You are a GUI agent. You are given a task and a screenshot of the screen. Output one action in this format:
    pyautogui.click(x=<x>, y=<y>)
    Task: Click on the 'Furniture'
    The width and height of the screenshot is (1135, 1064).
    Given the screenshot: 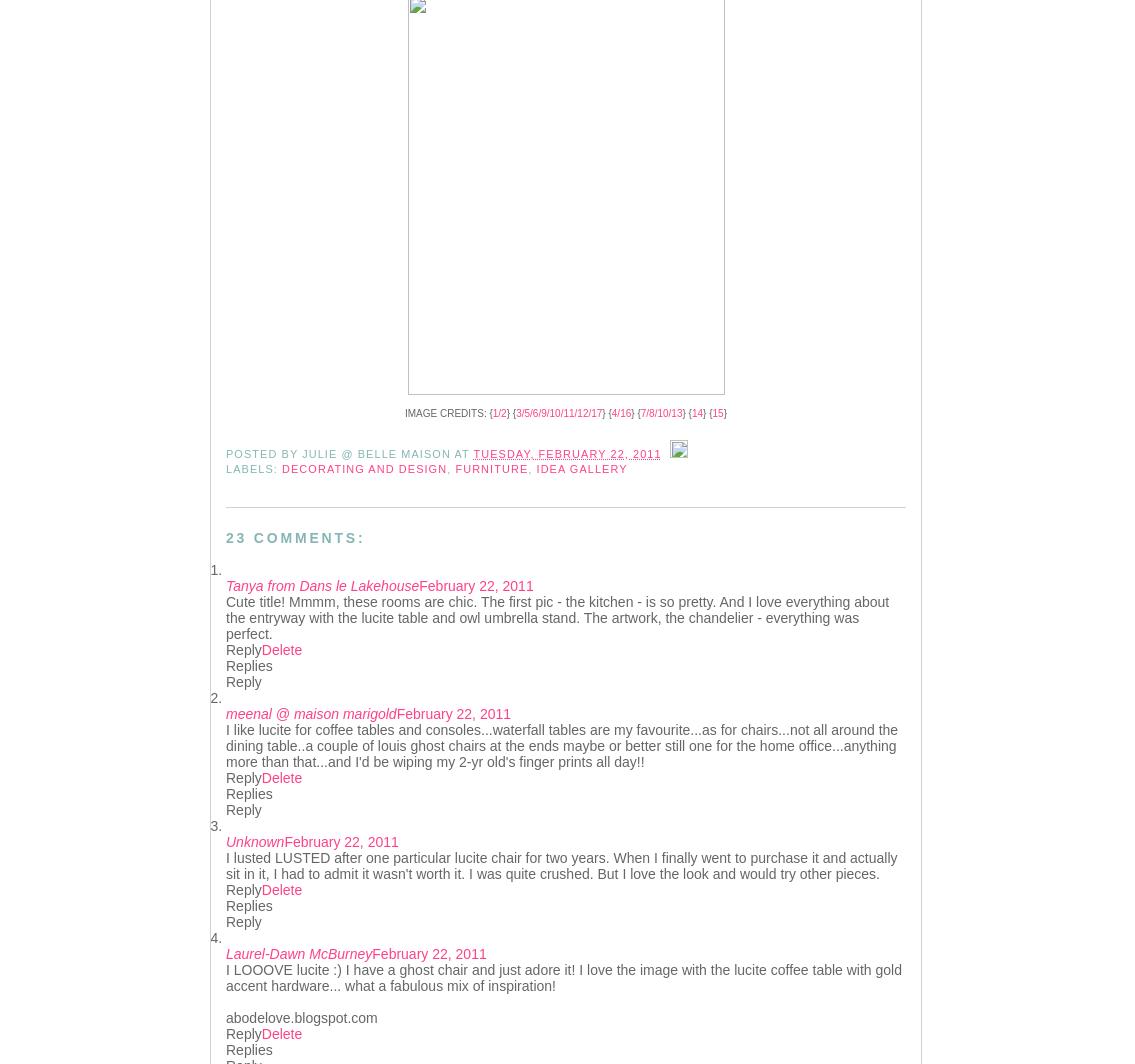 What is the action you would take?
    pyautogui.click(x=490, y=469)
    